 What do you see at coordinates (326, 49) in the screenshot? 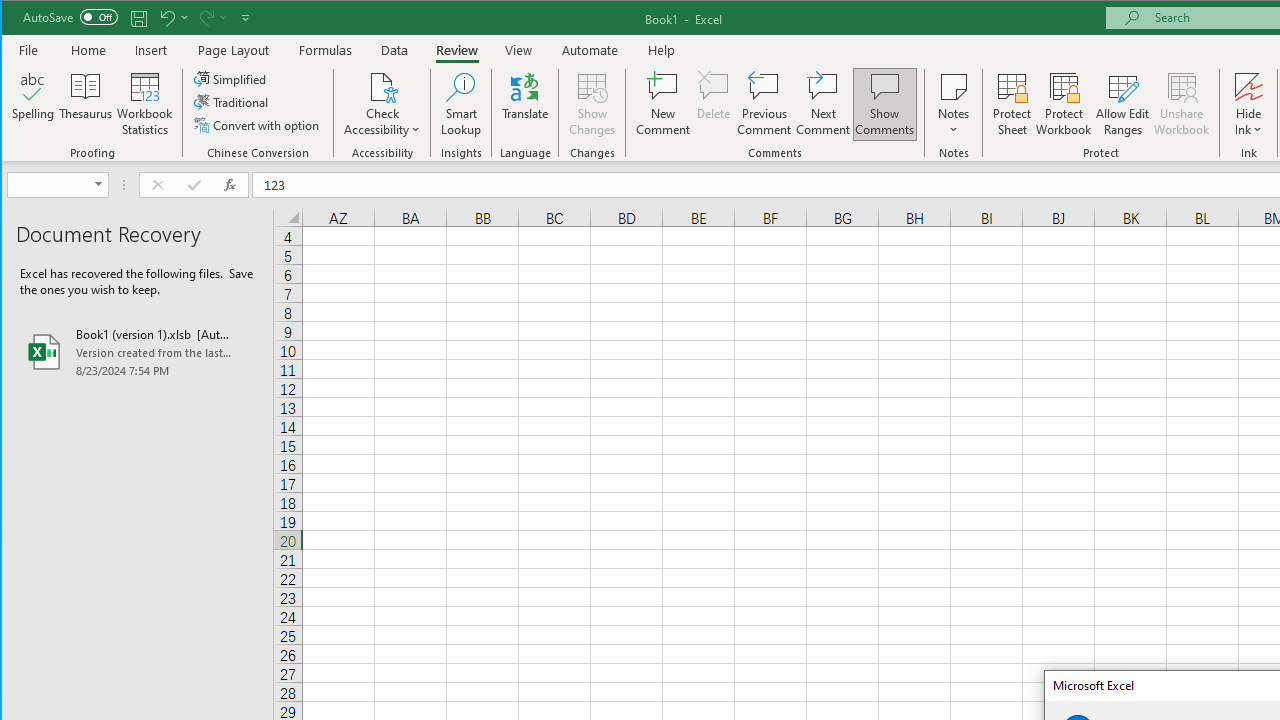
I see `'Formulas'` at bounding box center [326, 49].